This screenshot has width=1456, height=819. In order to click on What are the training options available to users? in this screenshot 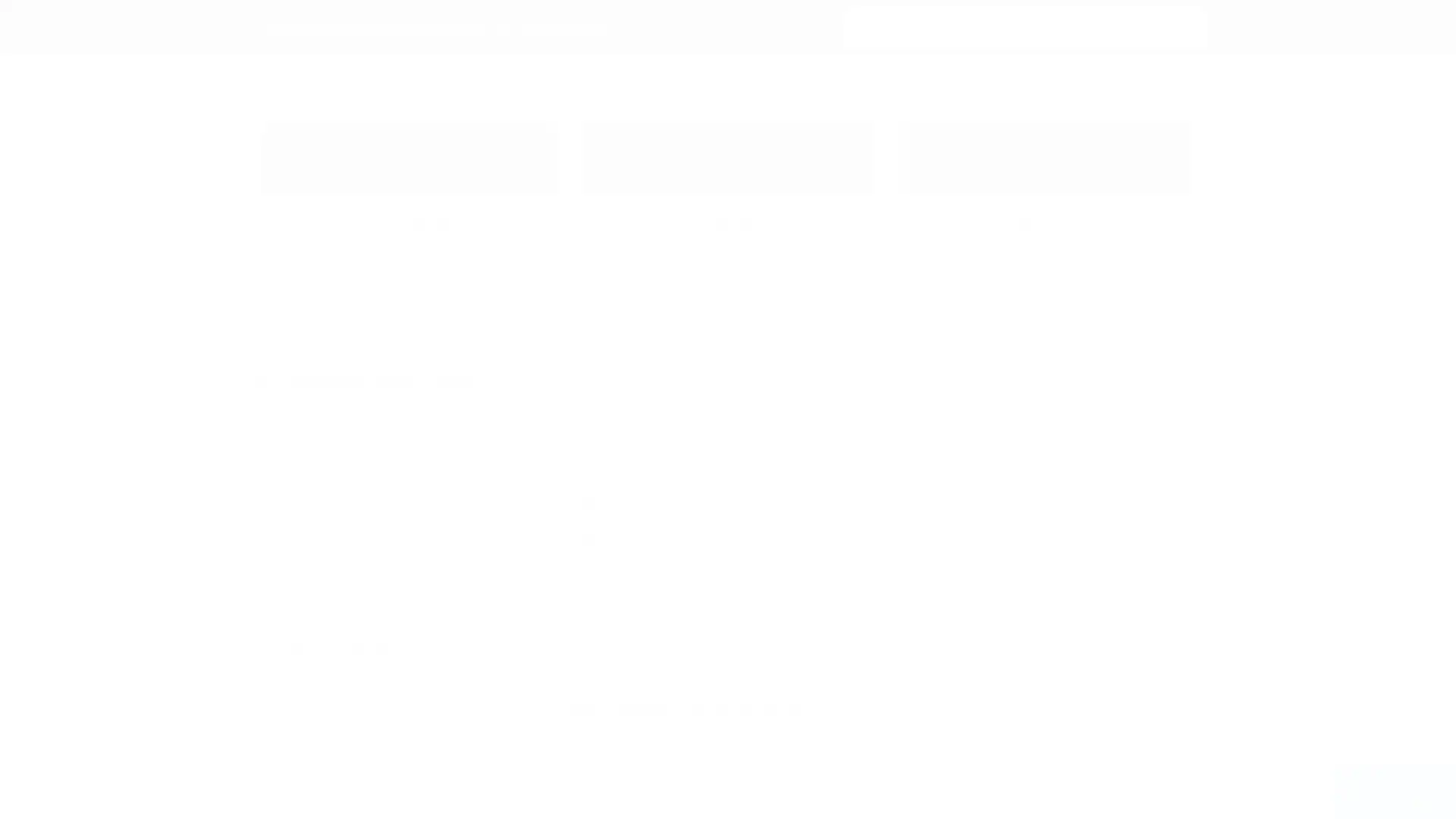, I will do `click(695, 505)`.